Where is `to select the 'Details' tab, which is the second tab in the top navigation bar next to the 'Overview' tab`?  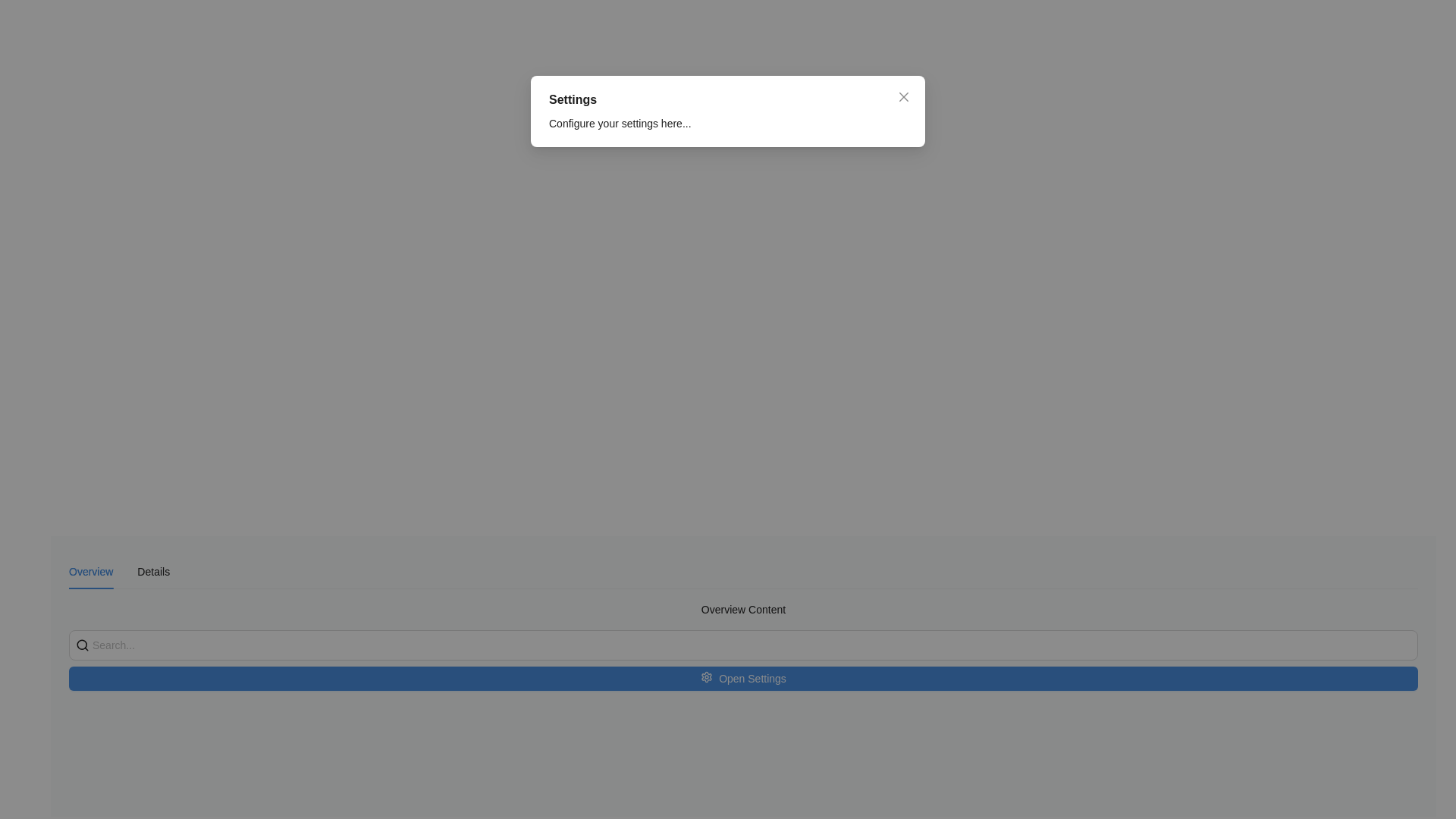 to select the 'Details' tab, which is the second tab in the top navigation bar next to the 'Overview' tab is located at coordinates (153, 571).